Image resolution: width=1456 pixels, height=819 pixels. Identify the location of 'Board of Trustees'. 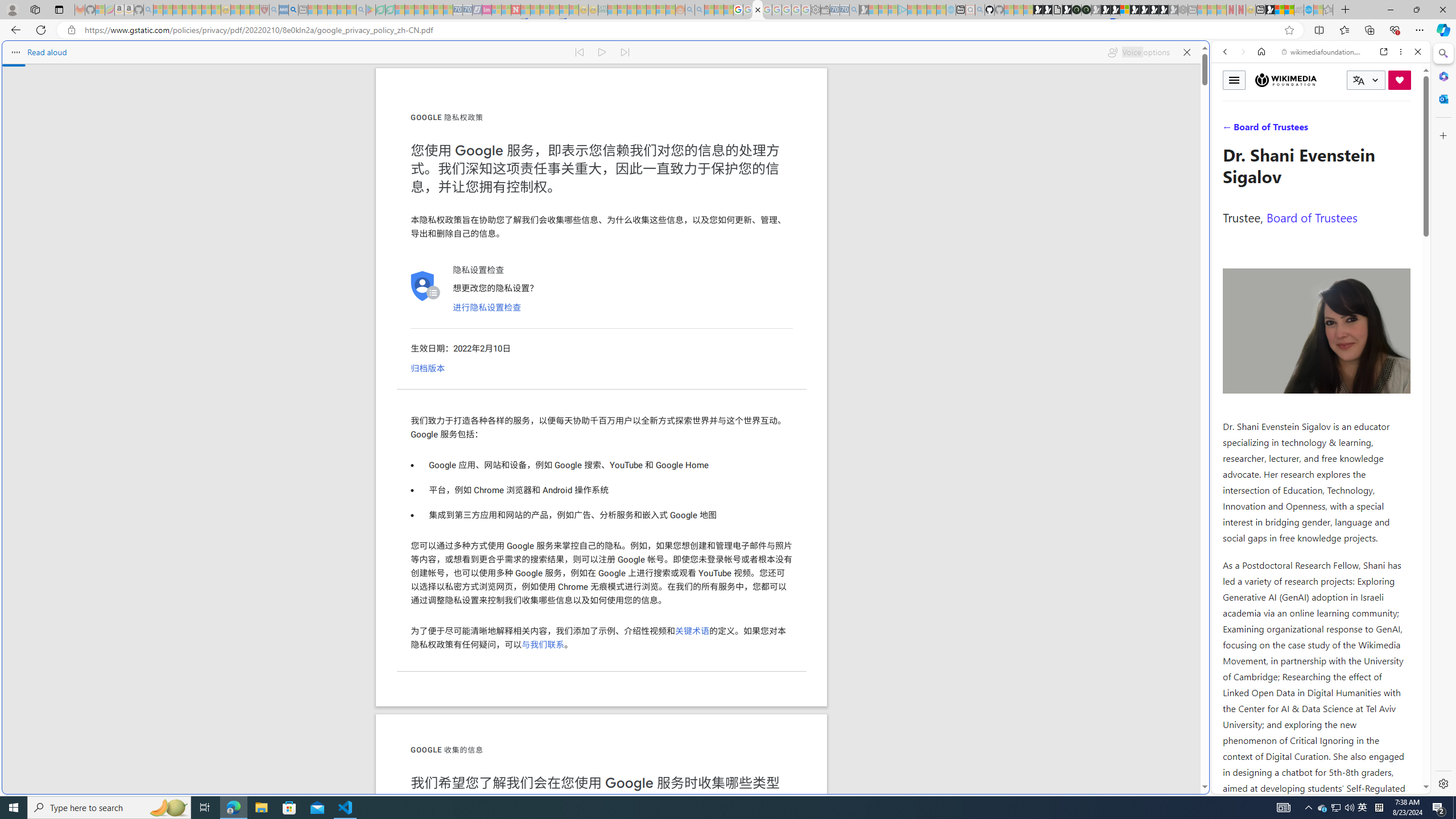
(1312, 217).